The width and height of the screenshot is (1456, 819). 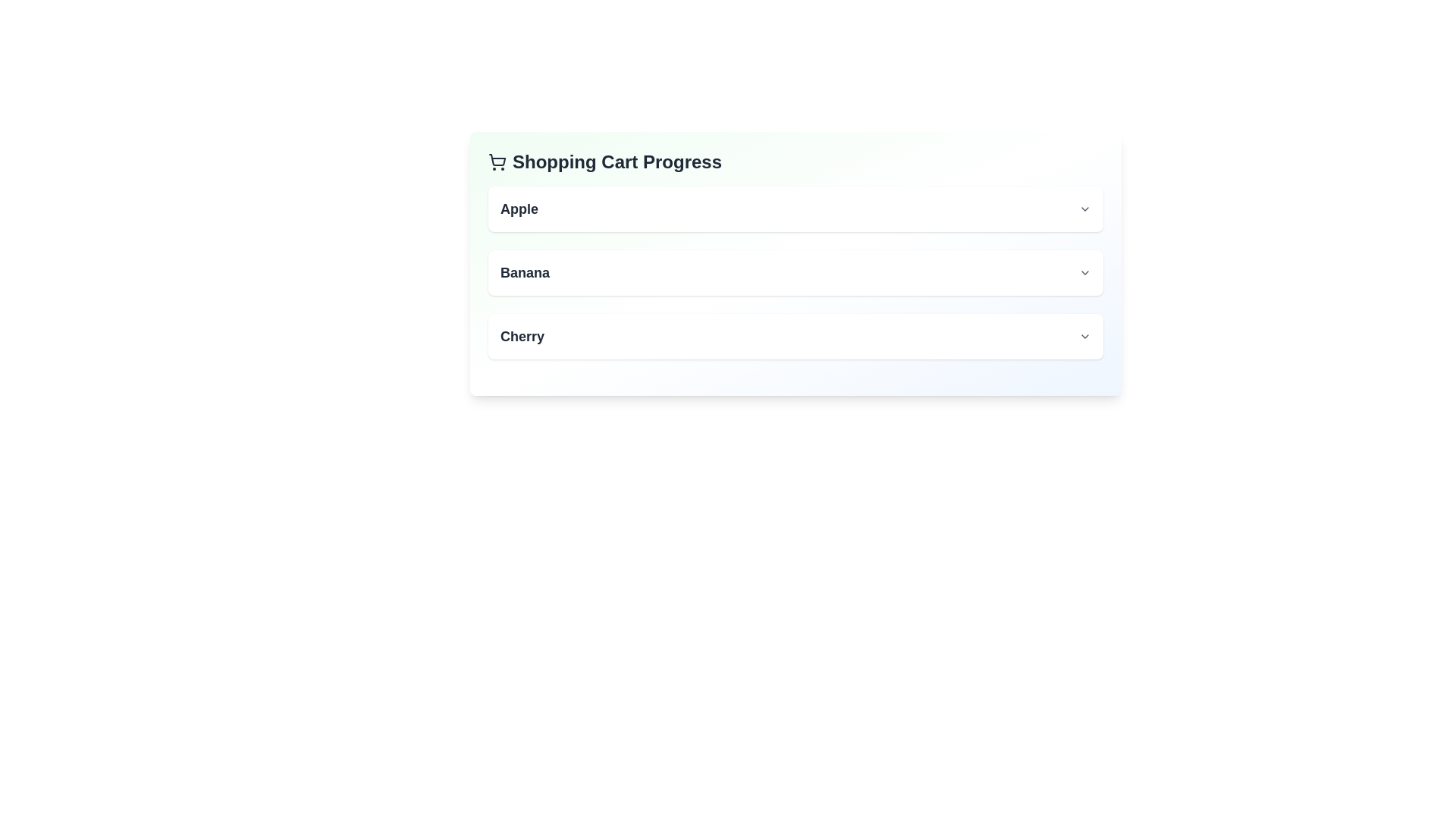 What do you see at coordinates (795, 335) in the screenshot?
I see `the third item in the dropdown menu, labeled 'Cherry'` at bounding box center [795, 335].